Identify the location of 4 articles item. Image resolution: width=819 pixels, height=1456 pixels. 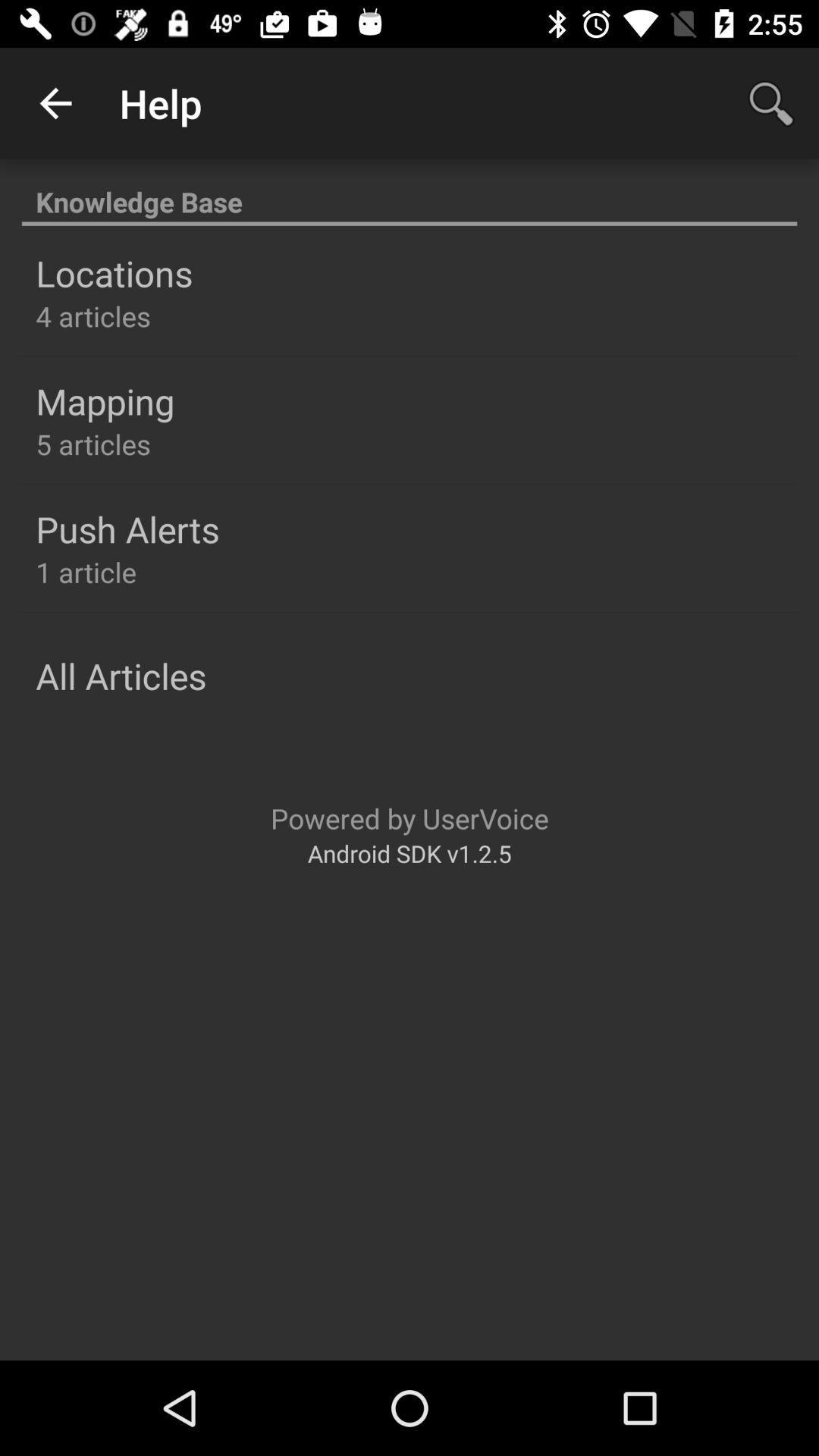
(93, 315).